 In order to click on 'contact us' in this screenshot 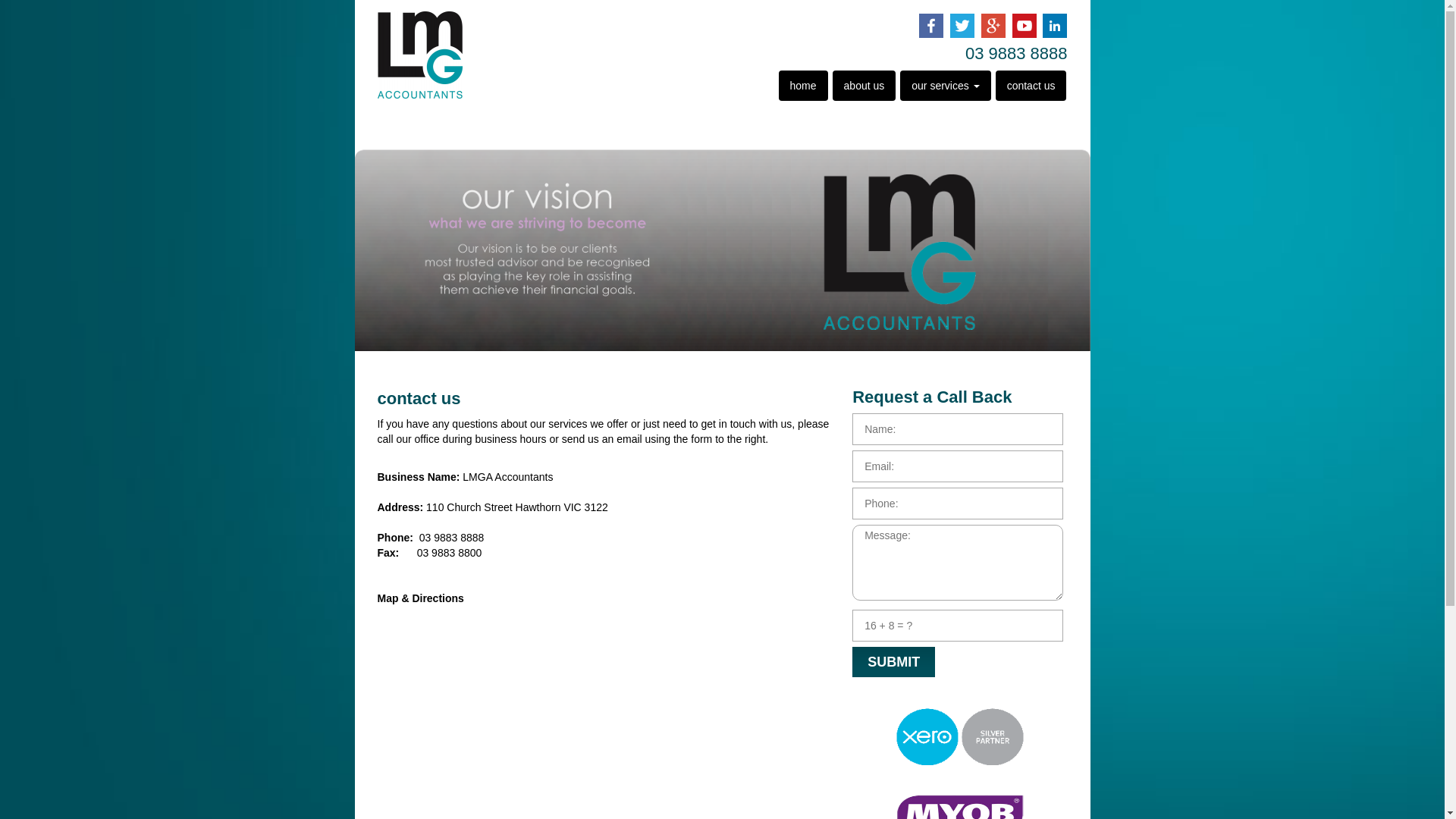, I will do `click(1031, 85)`.